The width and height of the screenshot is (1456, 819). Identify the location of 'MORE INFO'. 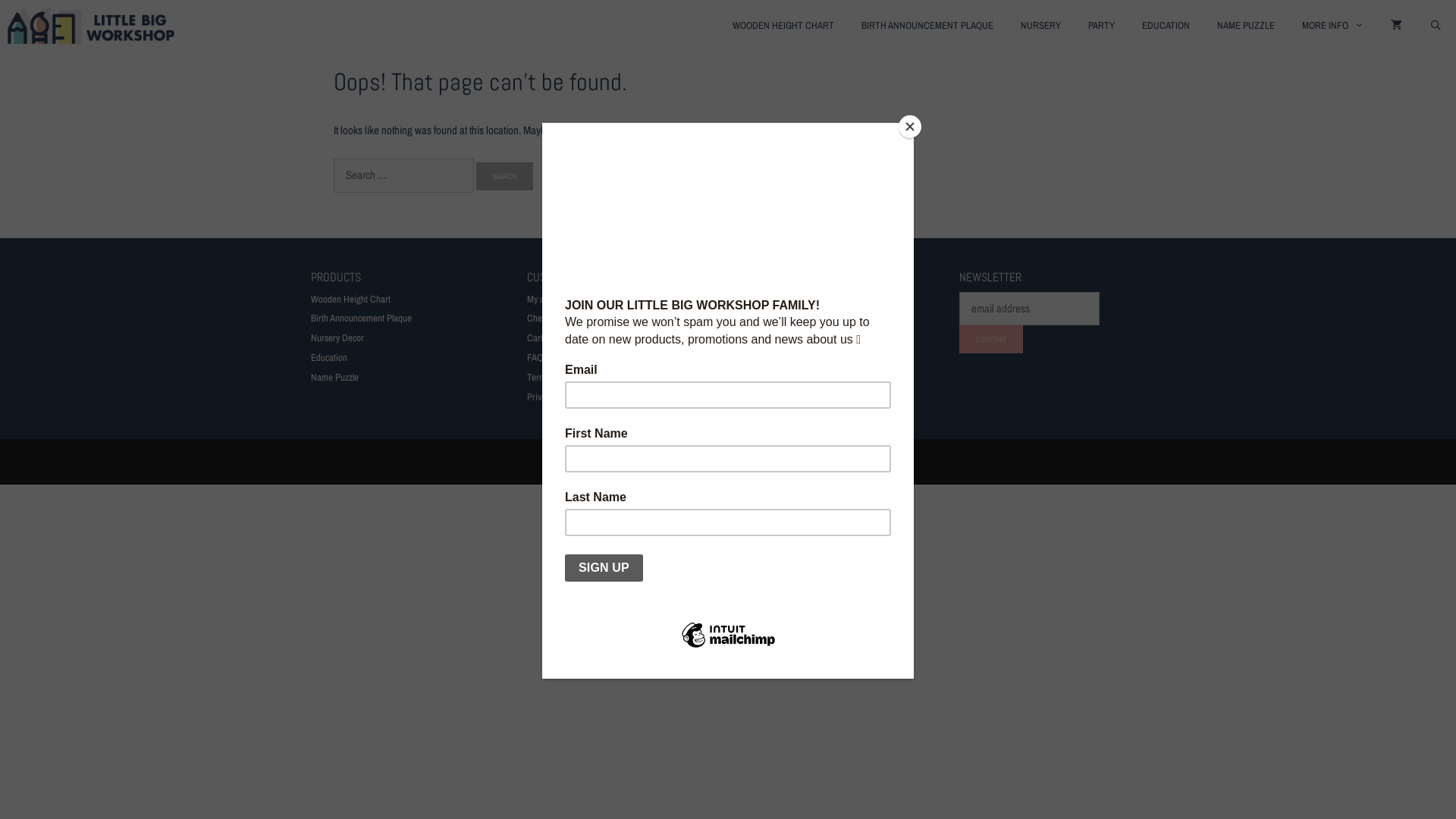
(1332, 26).